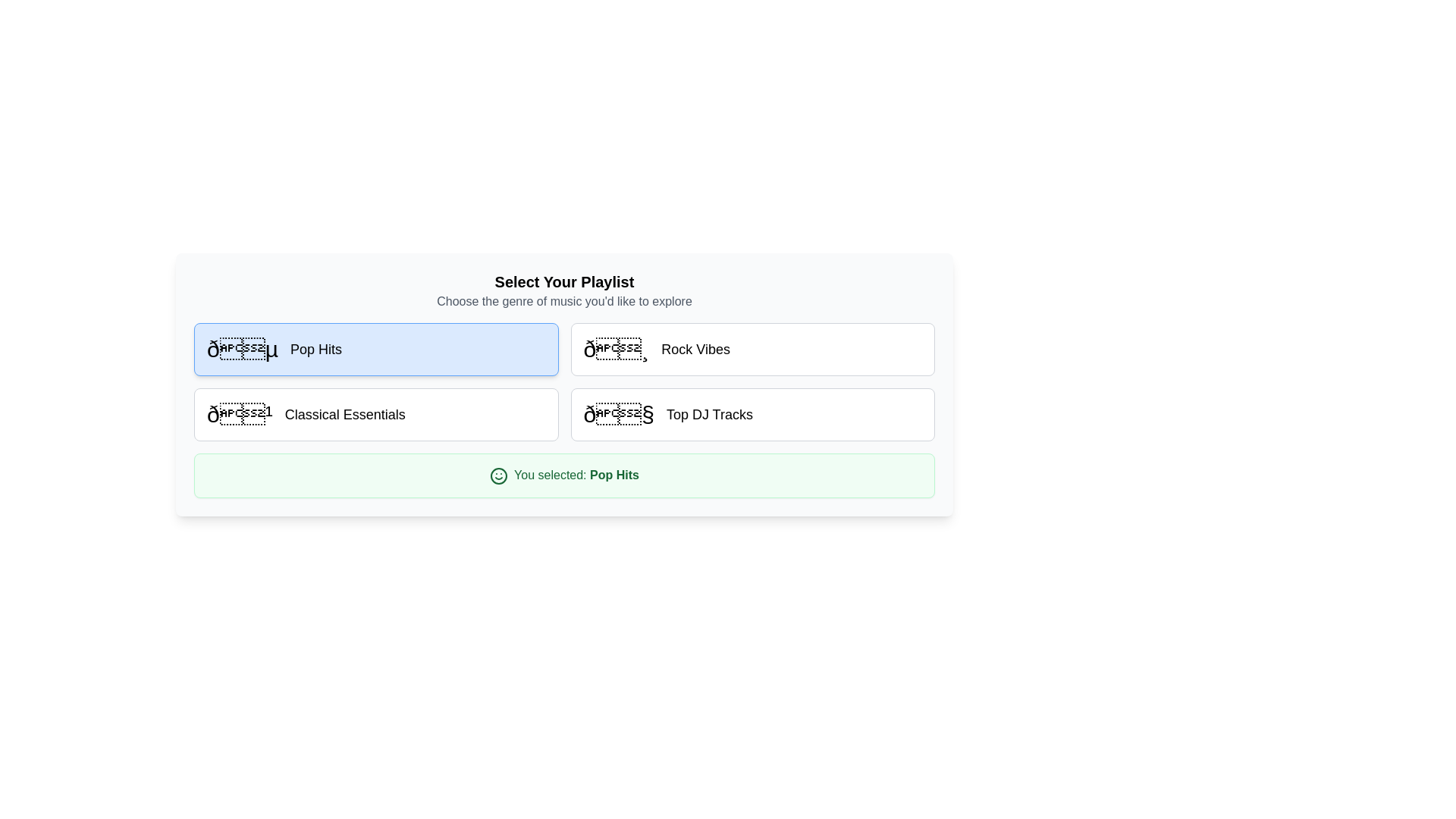 The width and height of the screenshot is (1456, 819). Describe the element at coordinates (498, 475) in the screenshot. I see `the confirmation icon located in the green notification bar at the bottom of the playlist selection interface, positioned to the left of the text 'You selected: Pop Hits.'` at that location.